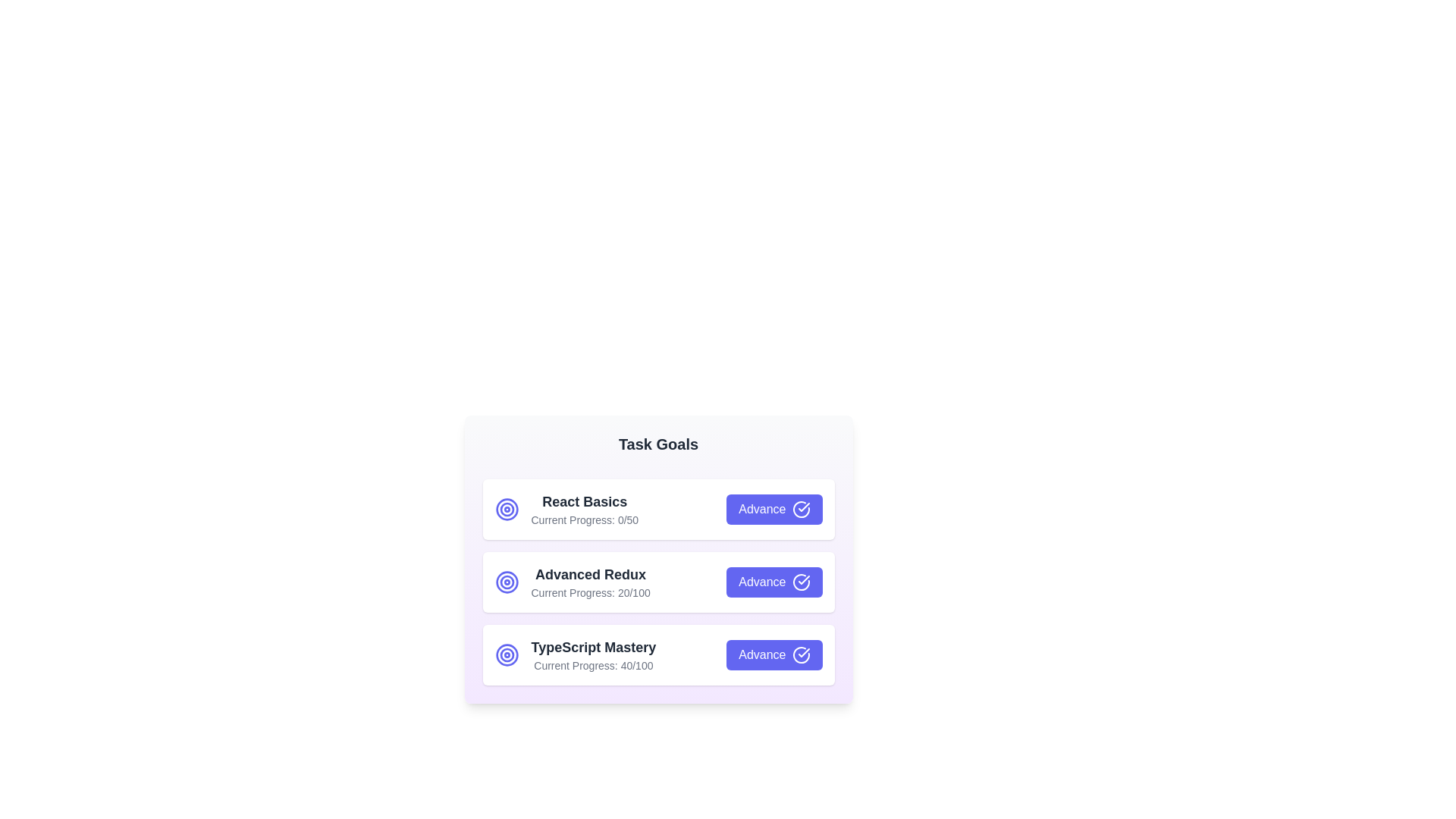 The height and width of the screenshot is (819, 1456). I want to click on the button that allows users to proceed in the 'React Basics' course, located in the 'Task Goals' section at the top of the card labeled 'React Basics', so click(774, 509).